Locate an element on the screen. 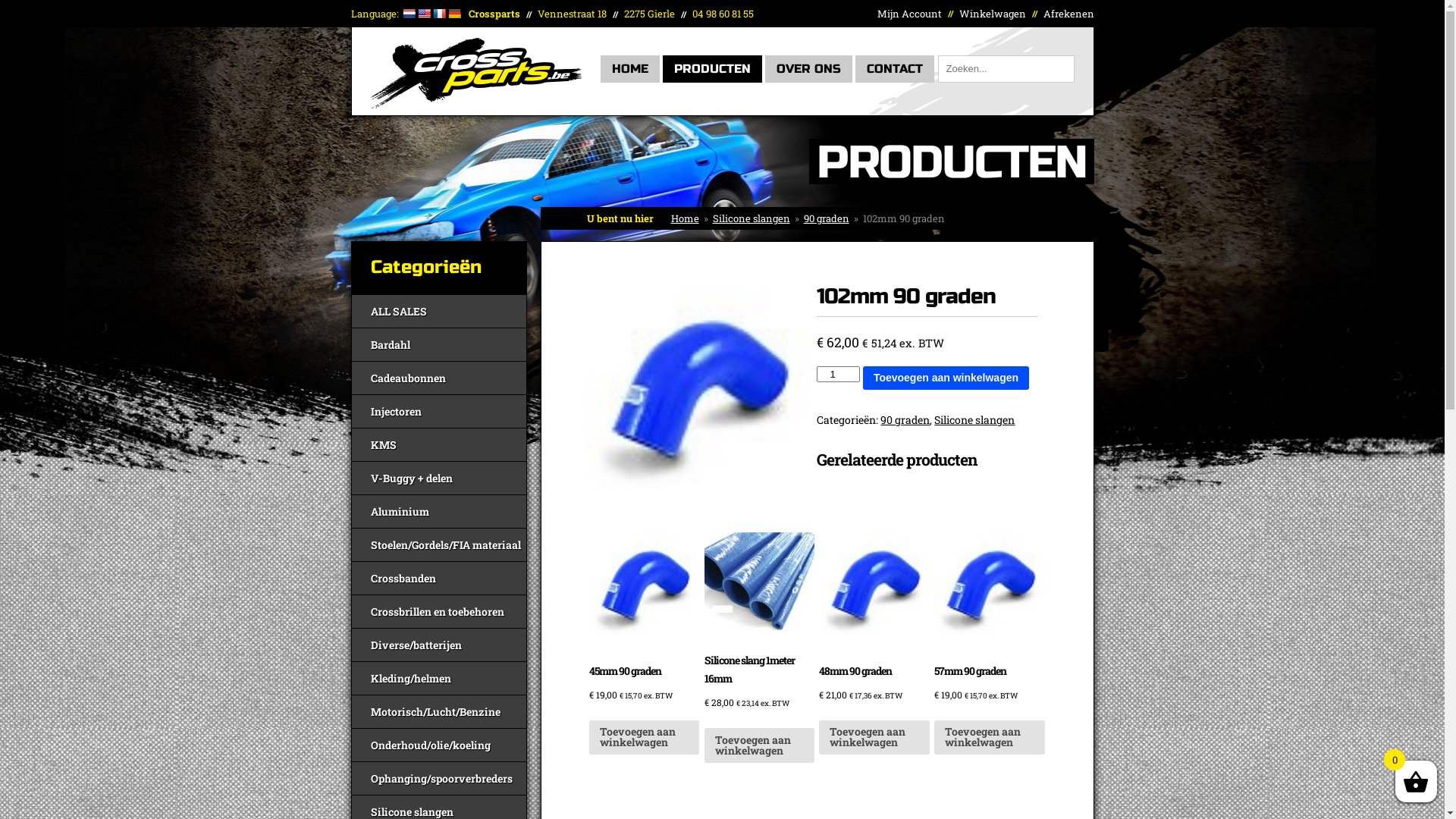 The width and height of the screenshot is (1456, 819). 'Mijn Account' is located at coordinates (908, 14).